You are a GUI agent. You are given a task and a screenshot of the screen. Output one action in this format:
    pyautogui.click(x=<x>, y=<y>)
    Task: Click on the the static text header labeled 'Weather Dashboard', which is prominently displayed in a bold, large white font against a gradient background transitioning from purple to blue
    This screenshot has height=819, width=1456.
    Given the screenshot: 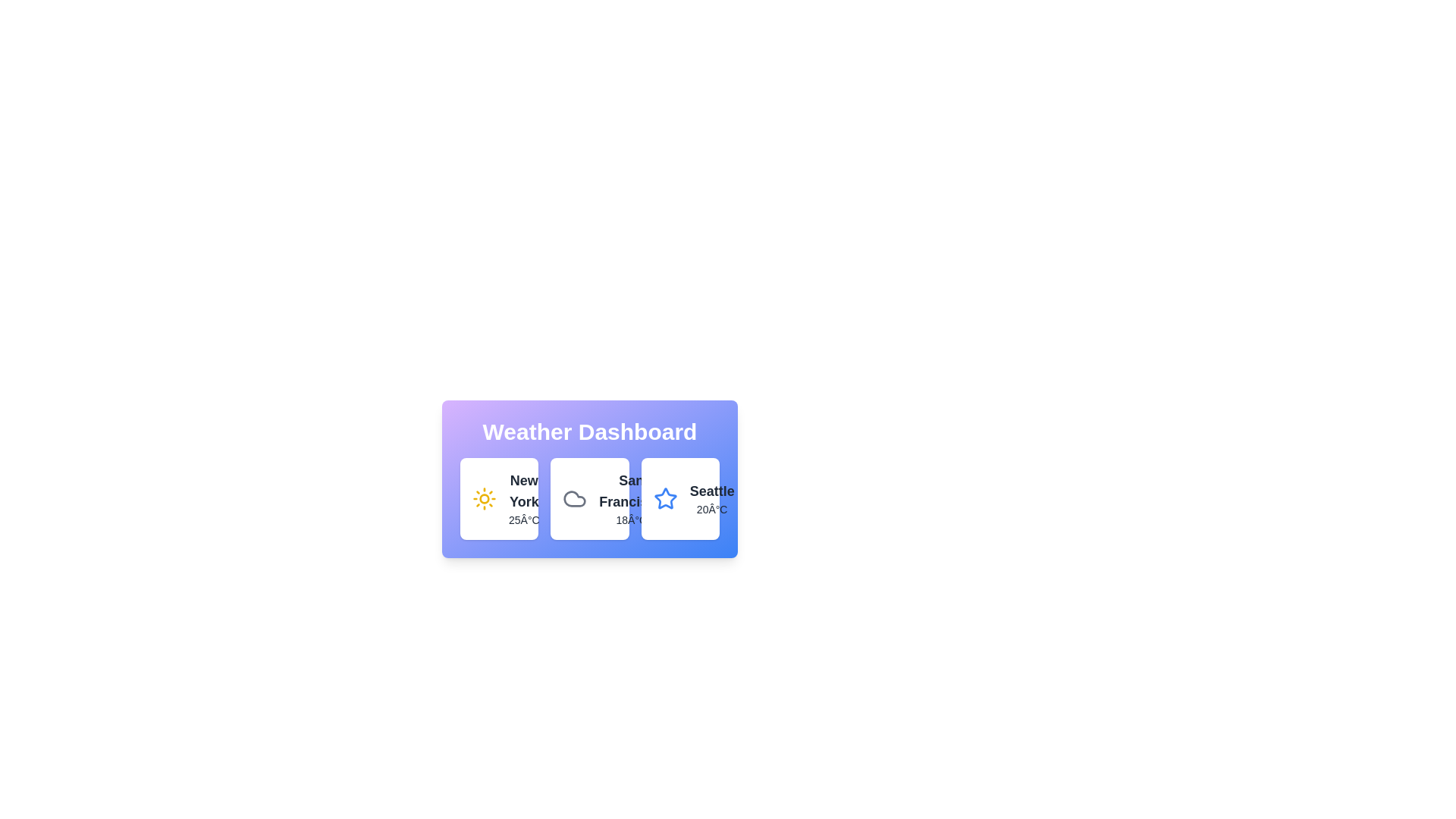 What is the action you would take?
    pyautogui.click(x=588, y=432)
    